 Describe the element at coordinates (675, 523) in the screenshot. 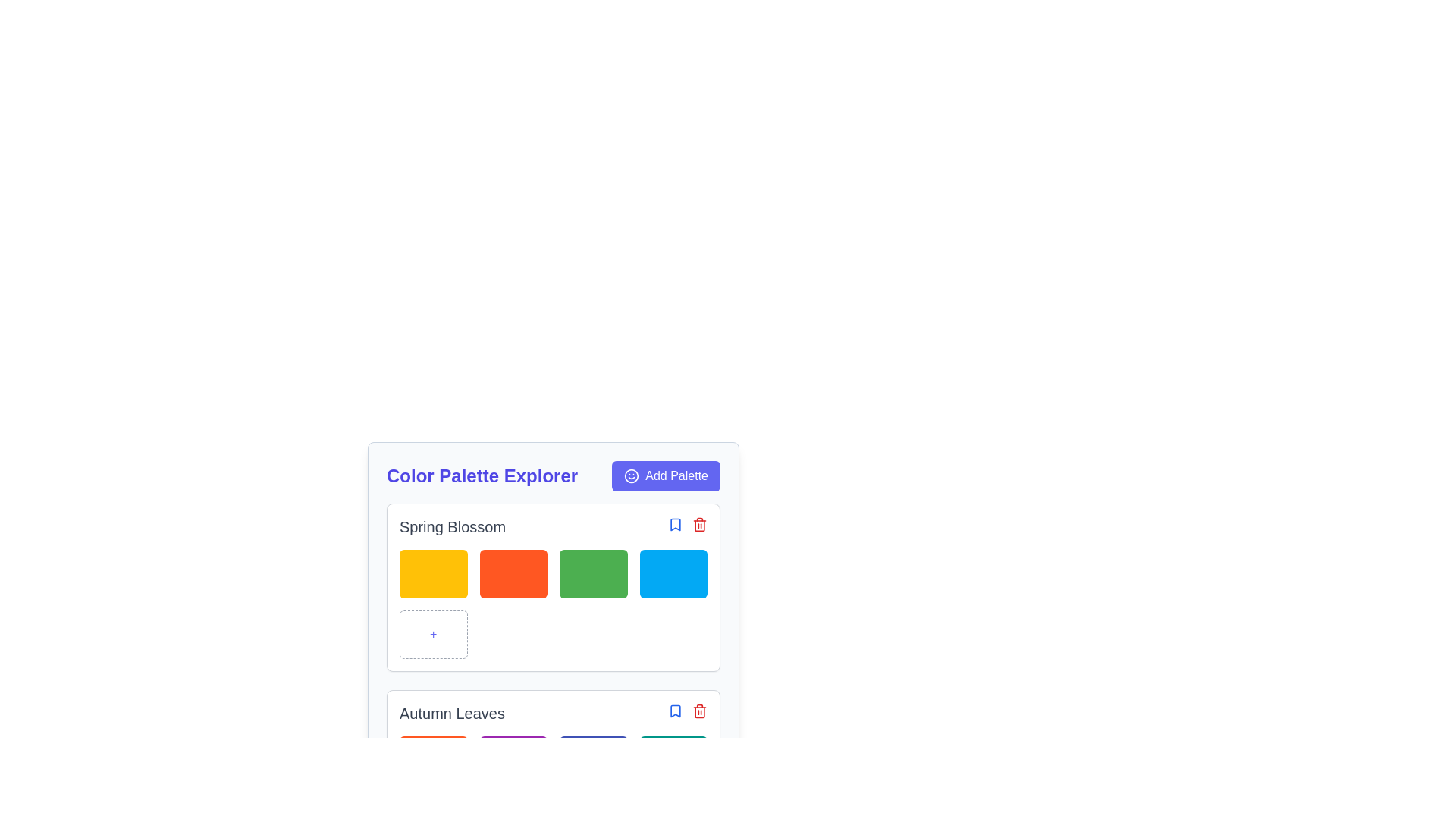

I see `the blue bookmark icon button located in the top-right corner of the 'Spring Blossom' palette section` at that location.